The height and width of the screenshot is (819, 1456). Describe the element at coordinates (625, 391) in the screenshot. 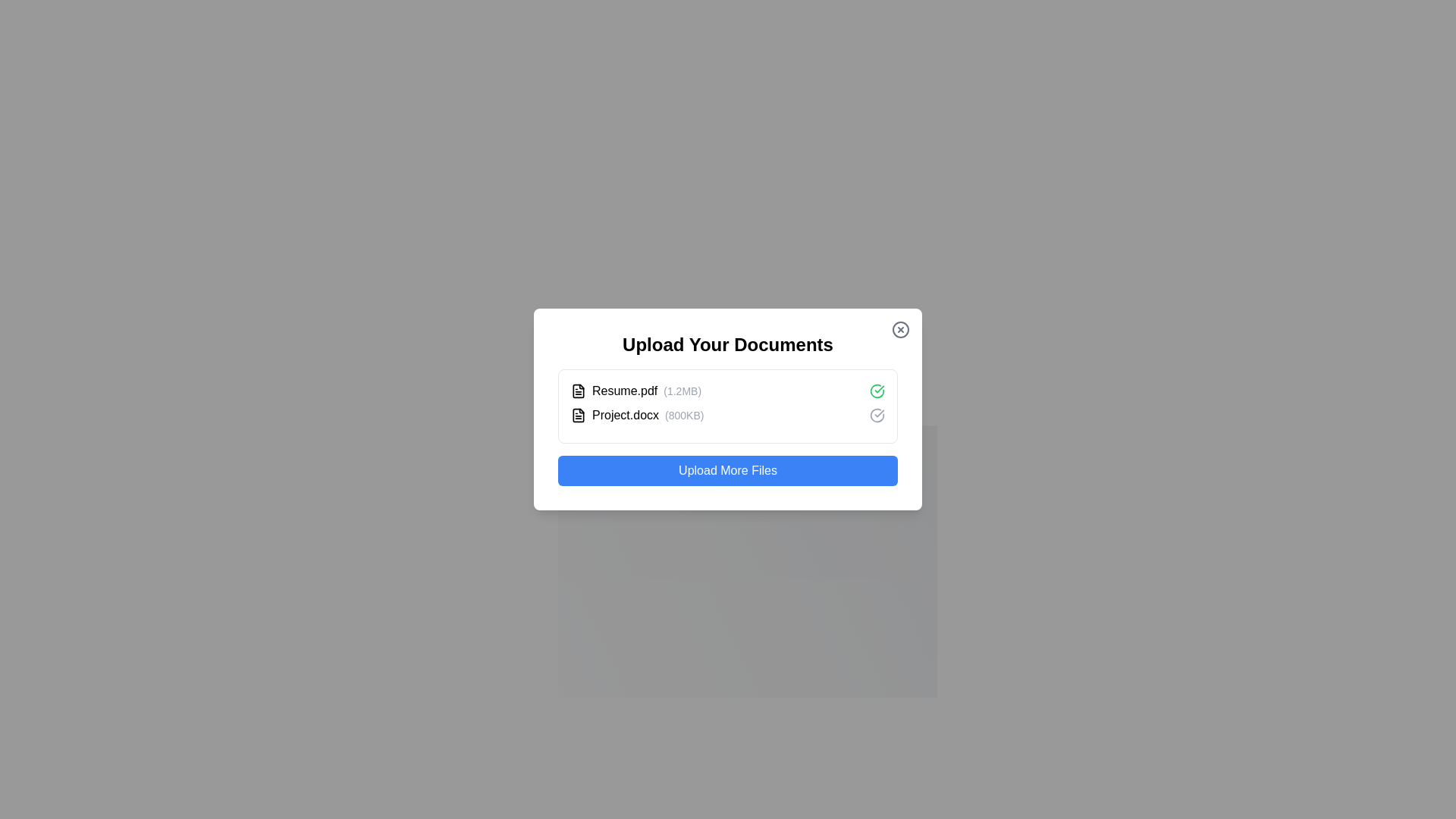

I see `the text label displaying 'Resume.pdf', which is the first entry in the list of uploaded files, aligned with a document icon on the left` at that location.